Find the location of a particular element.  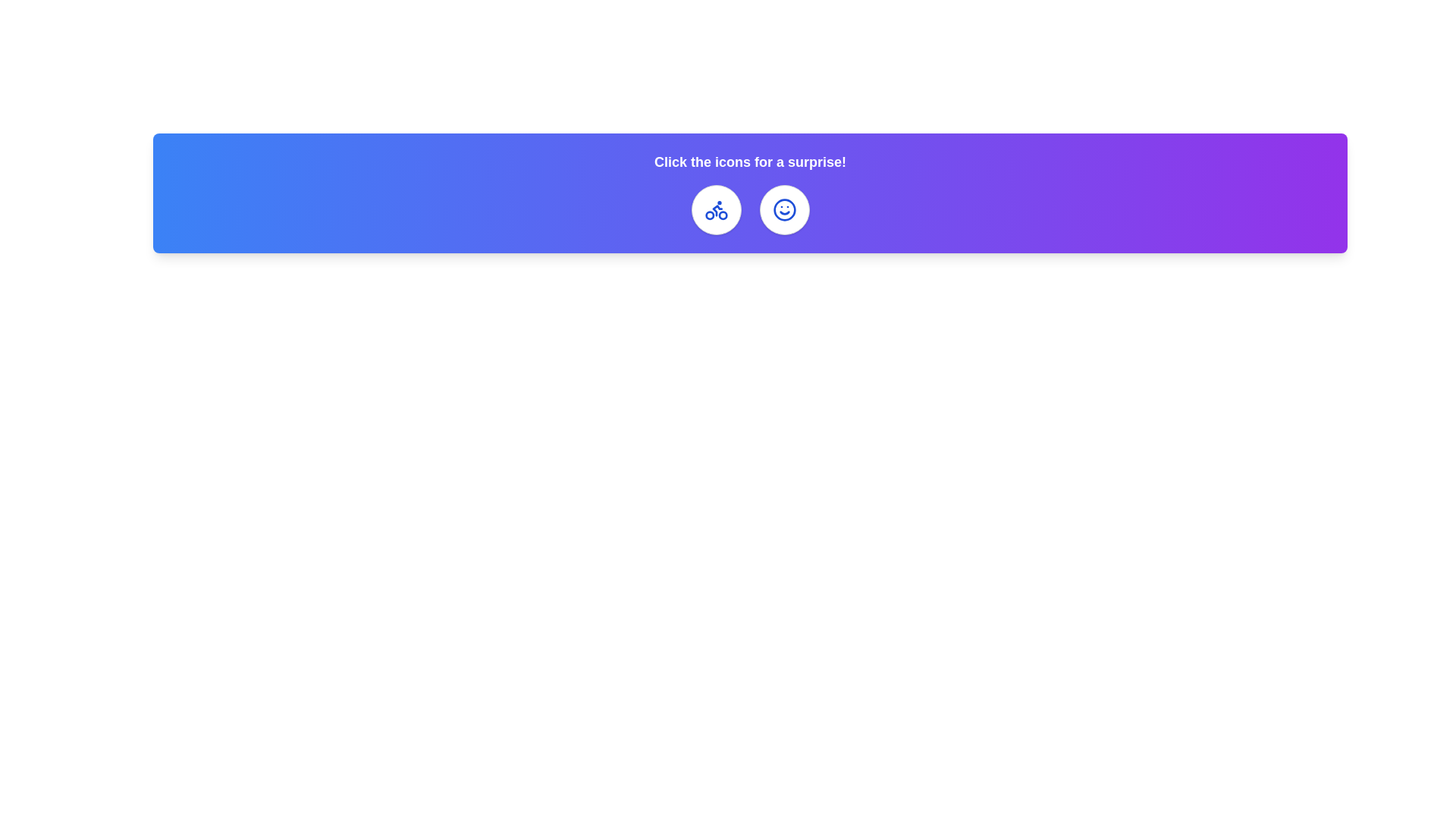

the left wheel of the bicycle icon, which is represented by a circle graphic element located slightly above the bottom-left of the icon's bounding box is located at coordinates (708, 215).